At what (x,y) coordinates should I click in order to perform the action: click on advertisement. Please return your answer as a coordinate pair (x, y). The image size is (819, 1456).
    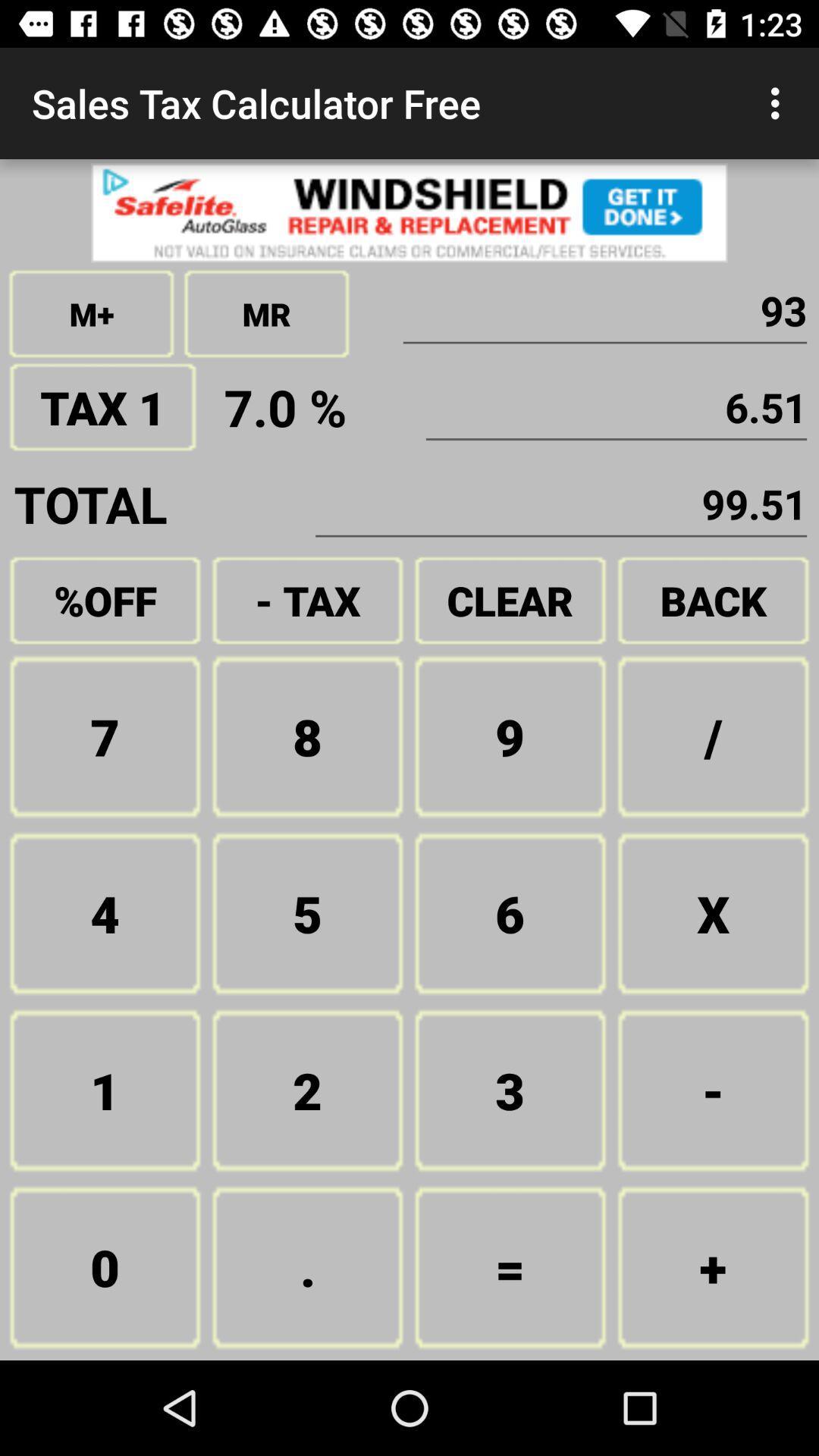
    Looking at the image, I should click on (409, 212).